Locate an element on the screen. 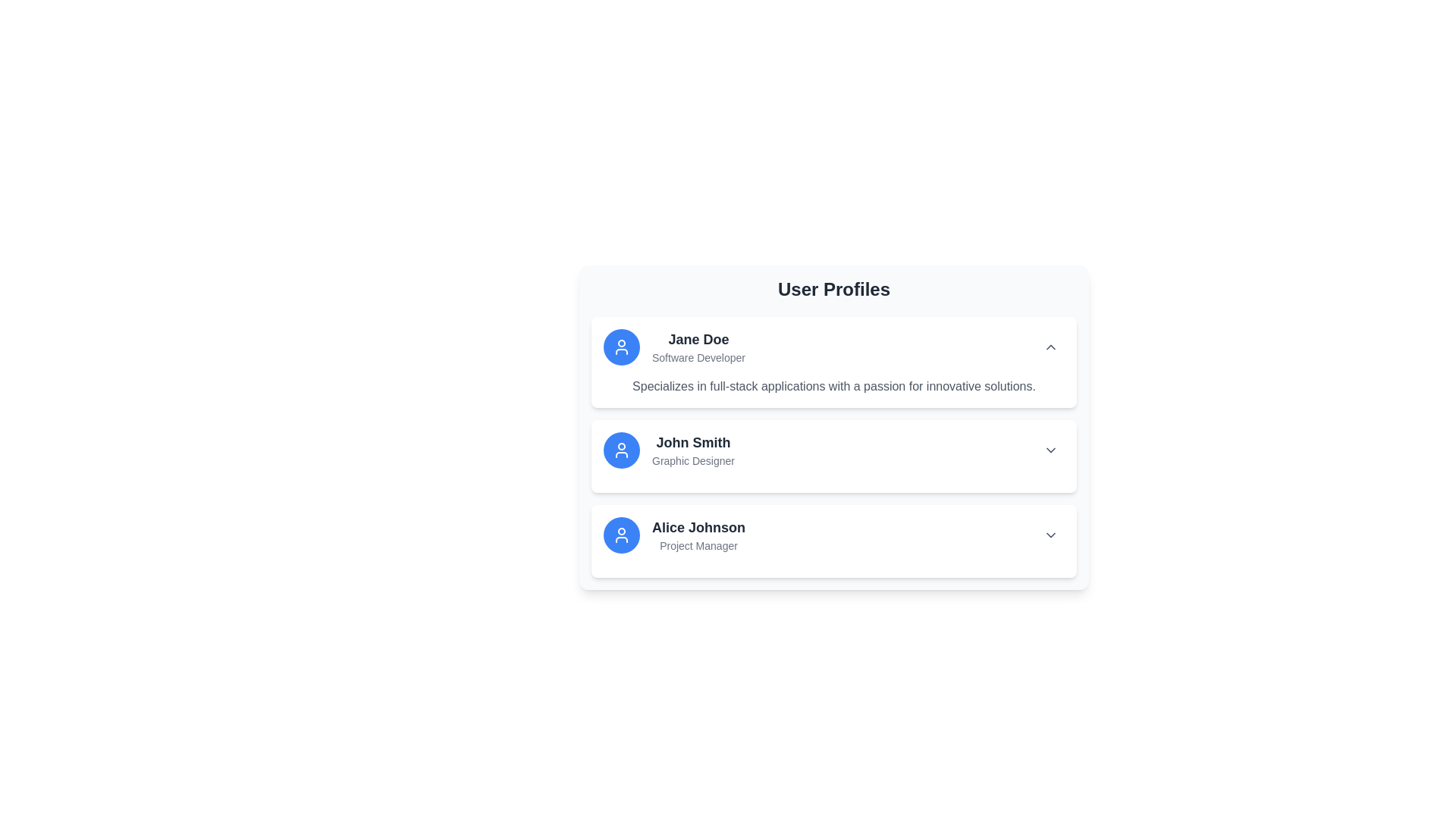 The width and height of the screenshot is (1456, 819). the upward-facing chevron icon located to the far right of the row containing 'Jane Doe - Software Developer' is located at coordinates (1050, 347).